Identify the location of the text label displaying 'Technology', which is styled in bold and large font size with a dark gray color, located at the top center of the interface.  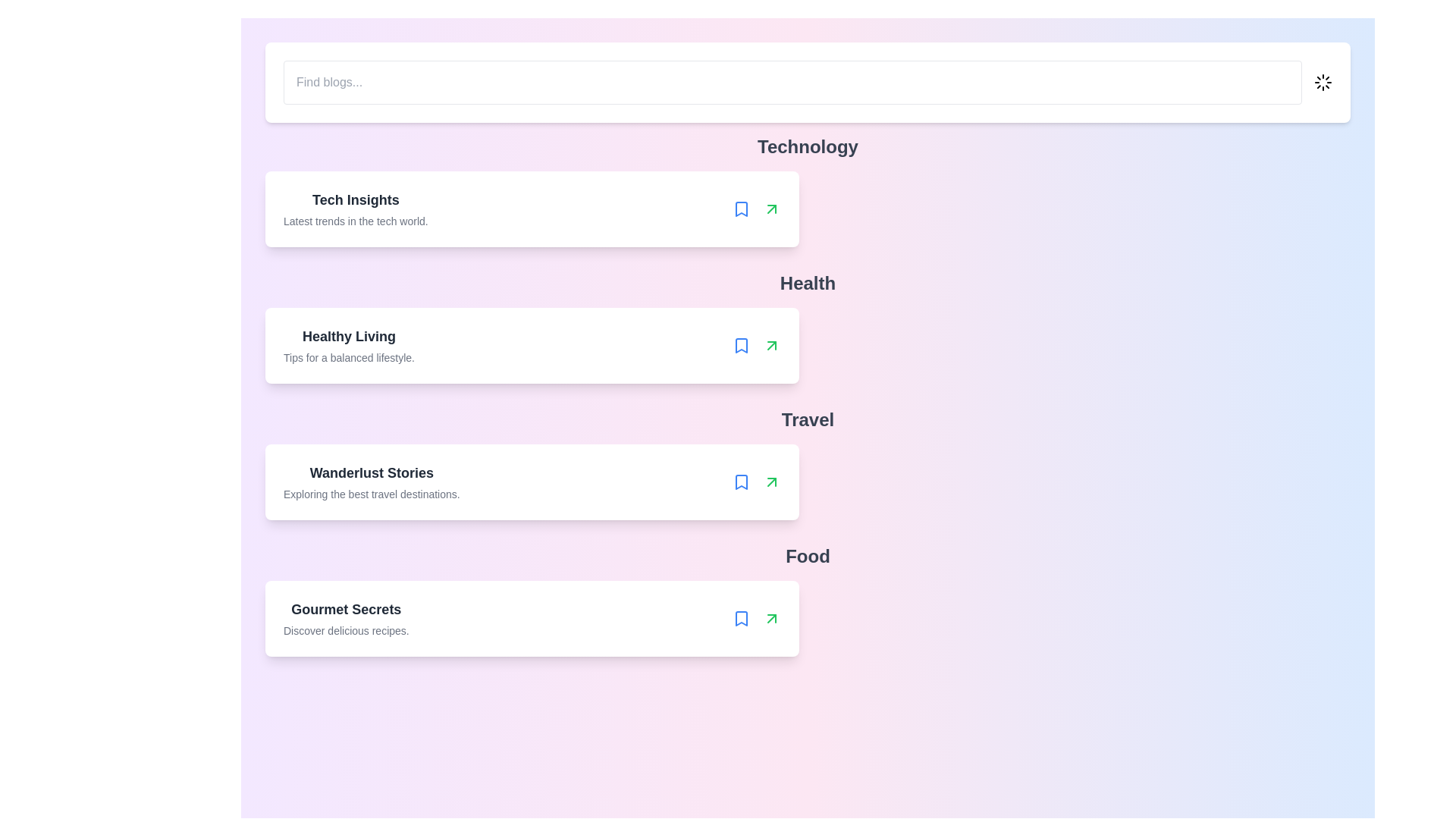
(807, 146).